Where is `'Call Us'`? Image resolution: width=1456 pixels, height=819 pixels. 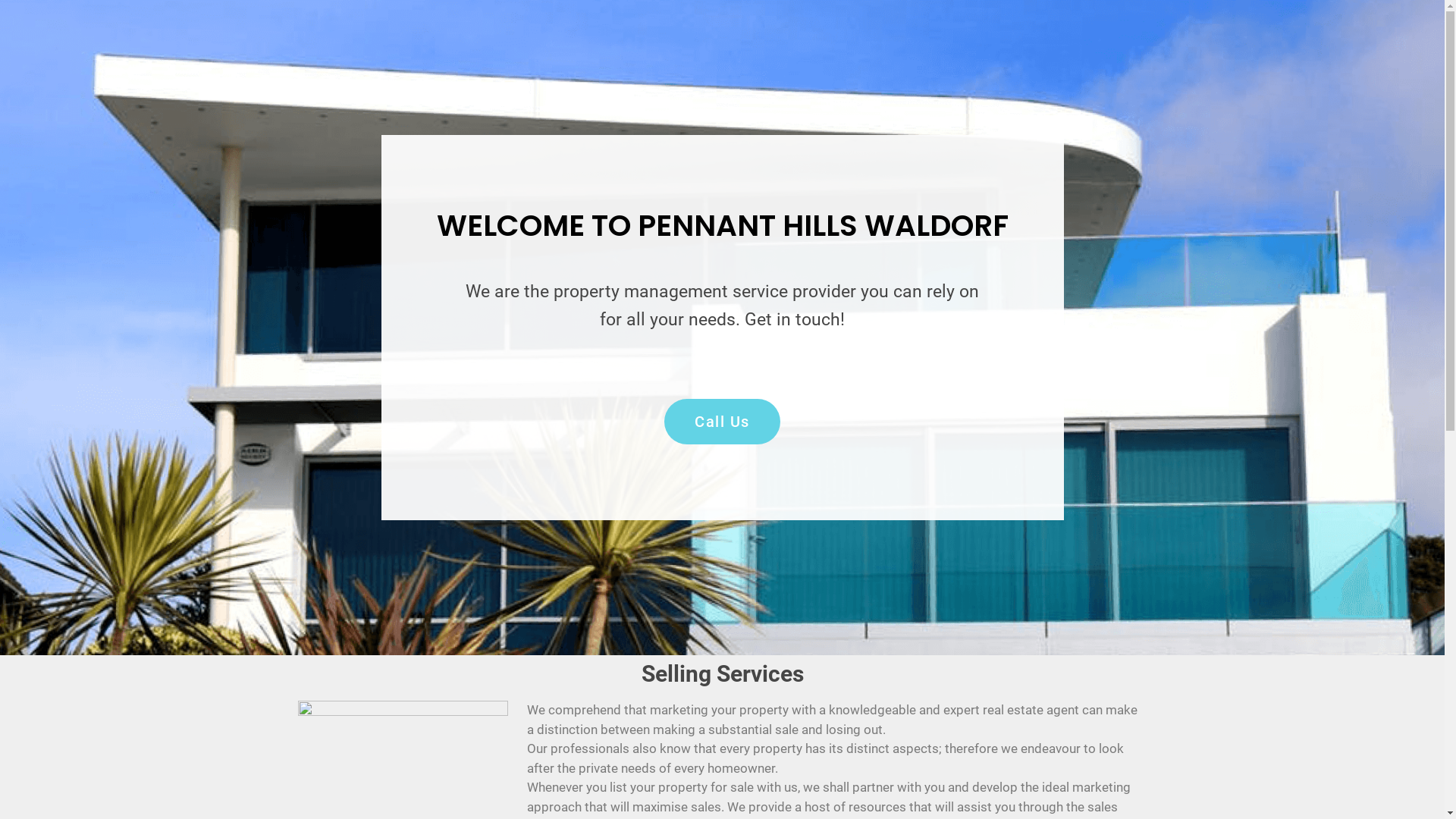 'Call Us' is located at coordinates (721, 421).